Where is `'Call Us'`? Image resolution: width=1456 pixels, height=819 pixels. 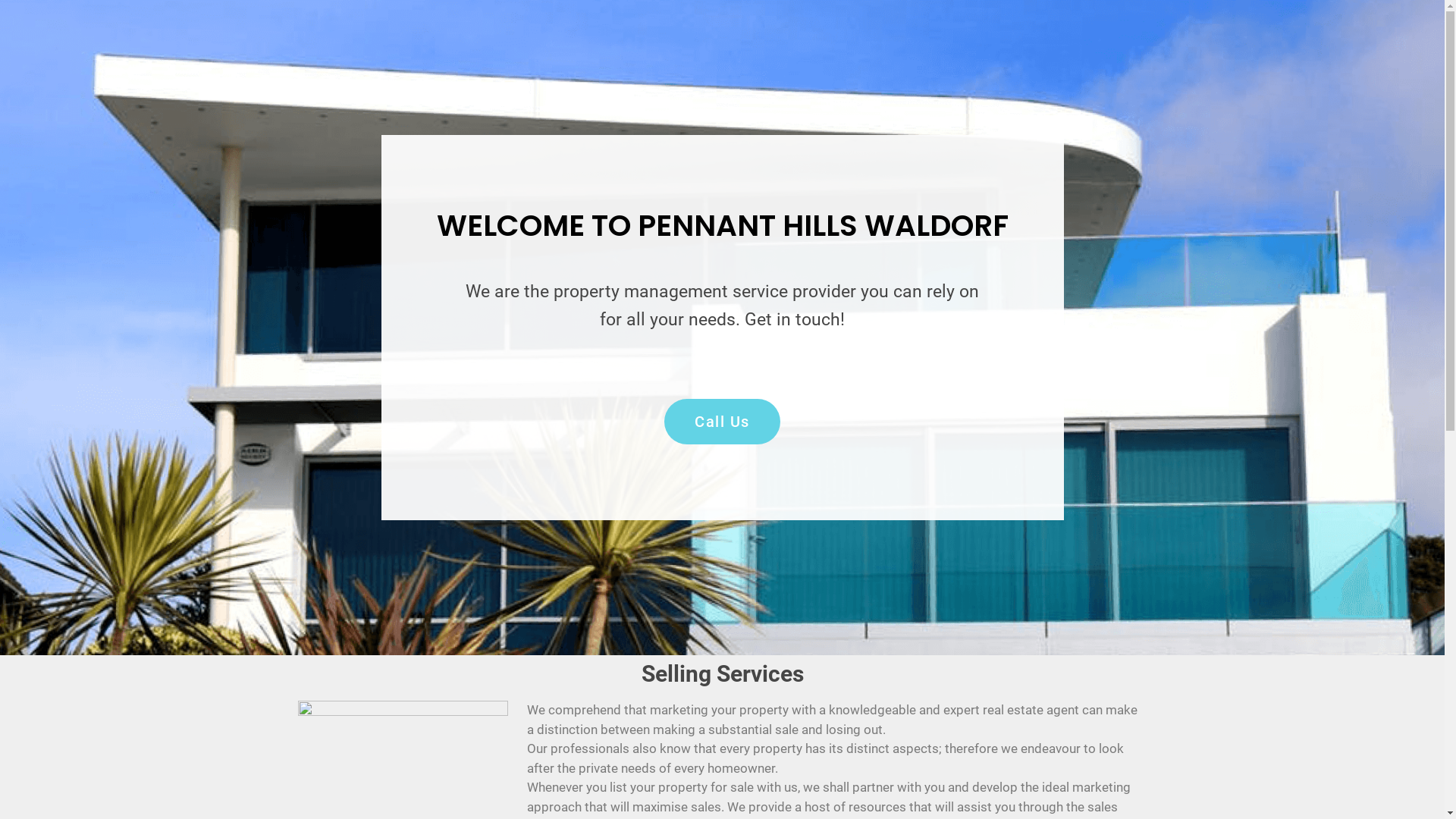 'Call Us' is located at coordinates (721, 421).